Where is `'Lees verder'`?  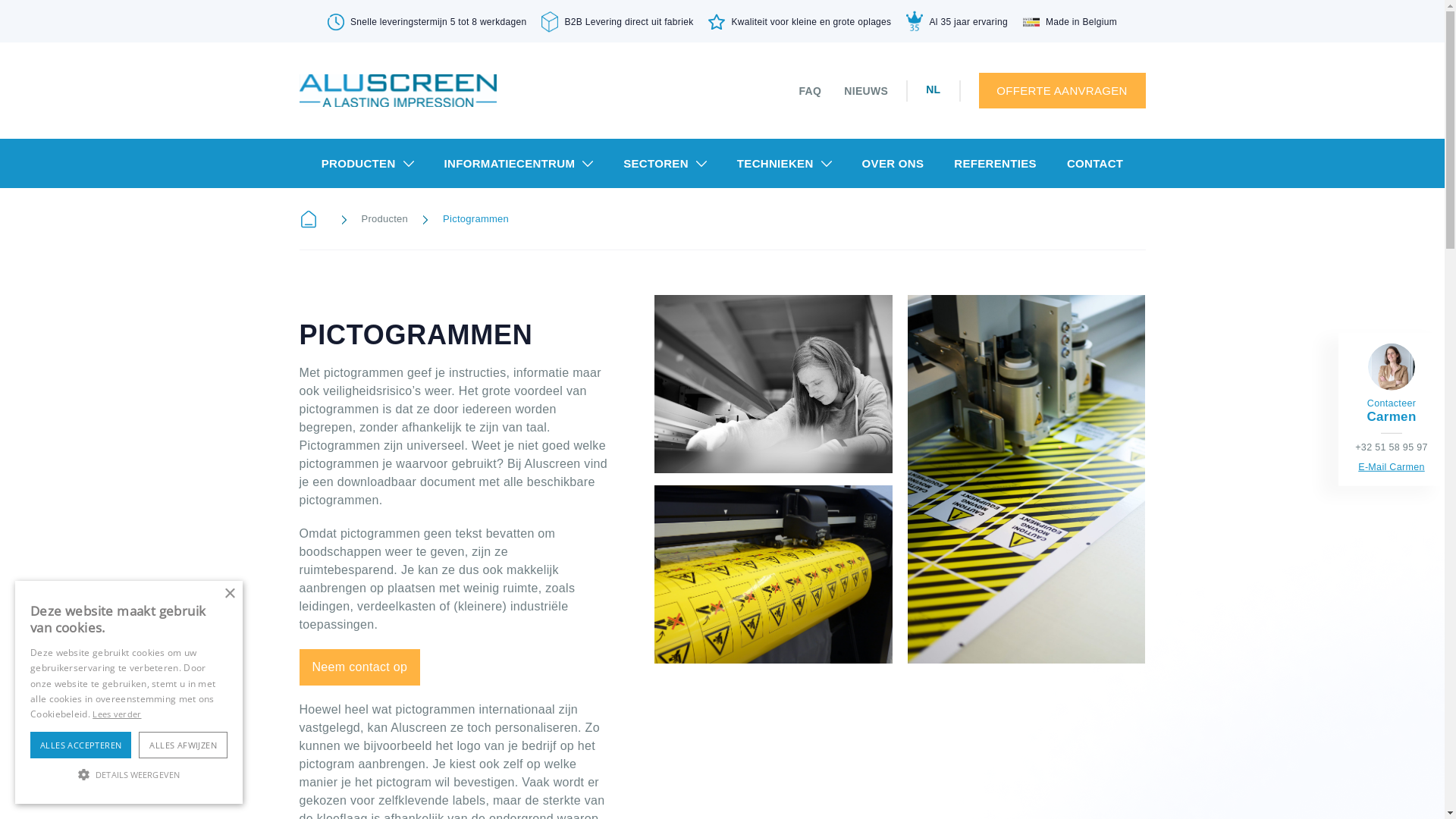
'Lees verder' is located at coordinates (115, 714).